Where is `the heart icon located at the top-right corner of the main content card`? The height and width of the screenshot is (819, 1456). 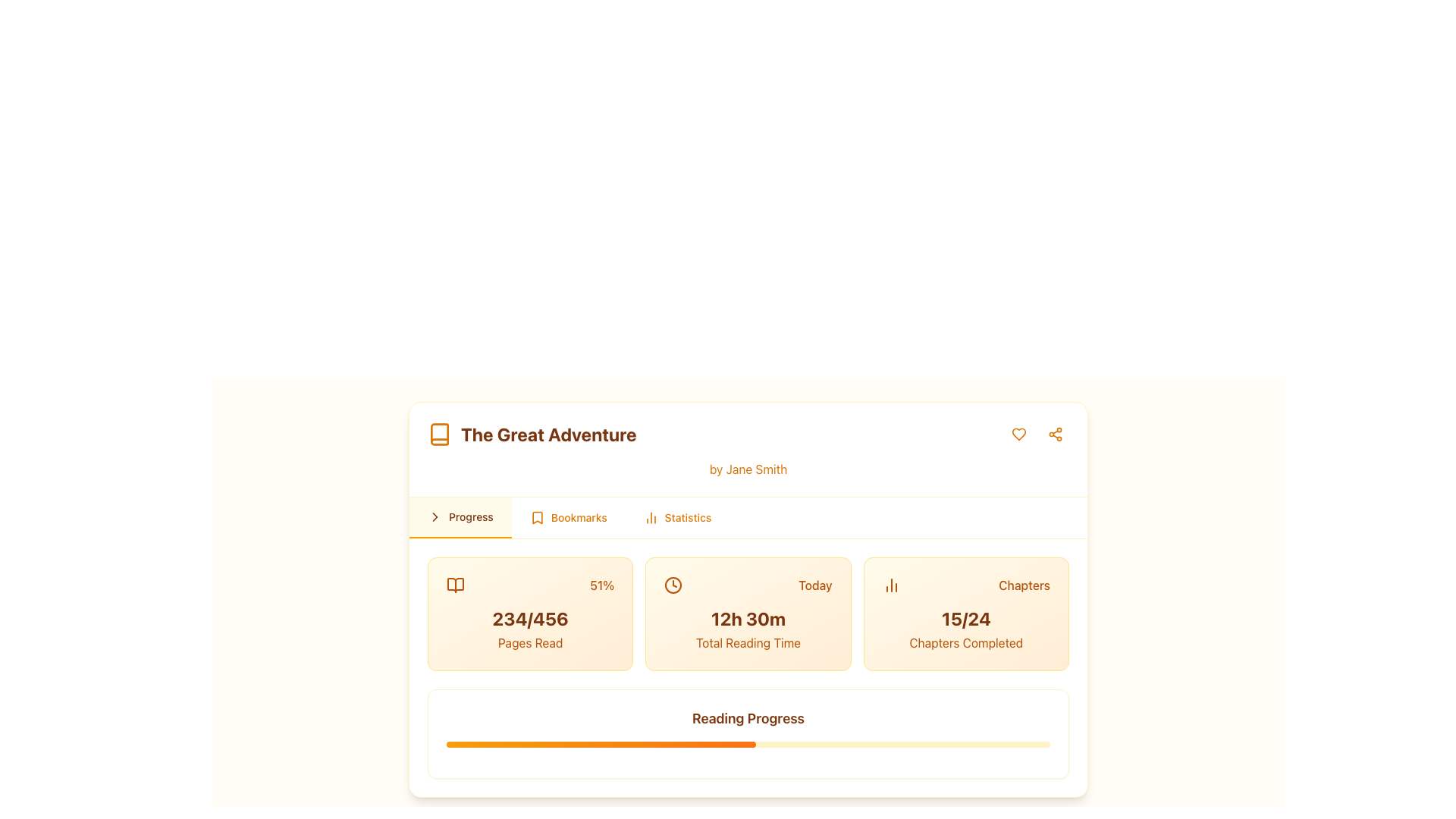
the heart icon located at the top-right corner of the main content card is located at coordinates (1019, 435).